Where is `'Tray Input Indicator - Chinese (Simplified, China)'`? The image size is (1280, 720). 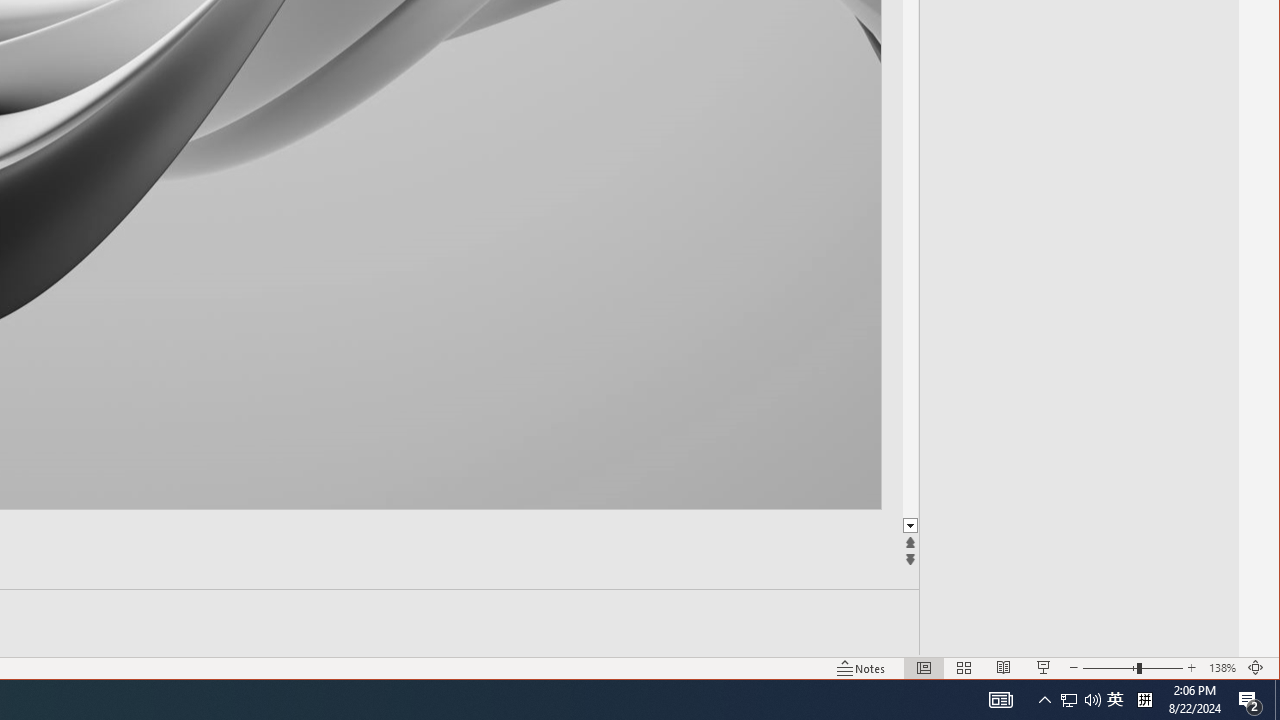 'Tray Input Indicator - Chinese (Simplified, China)' is located at coordinates (1114, 698).